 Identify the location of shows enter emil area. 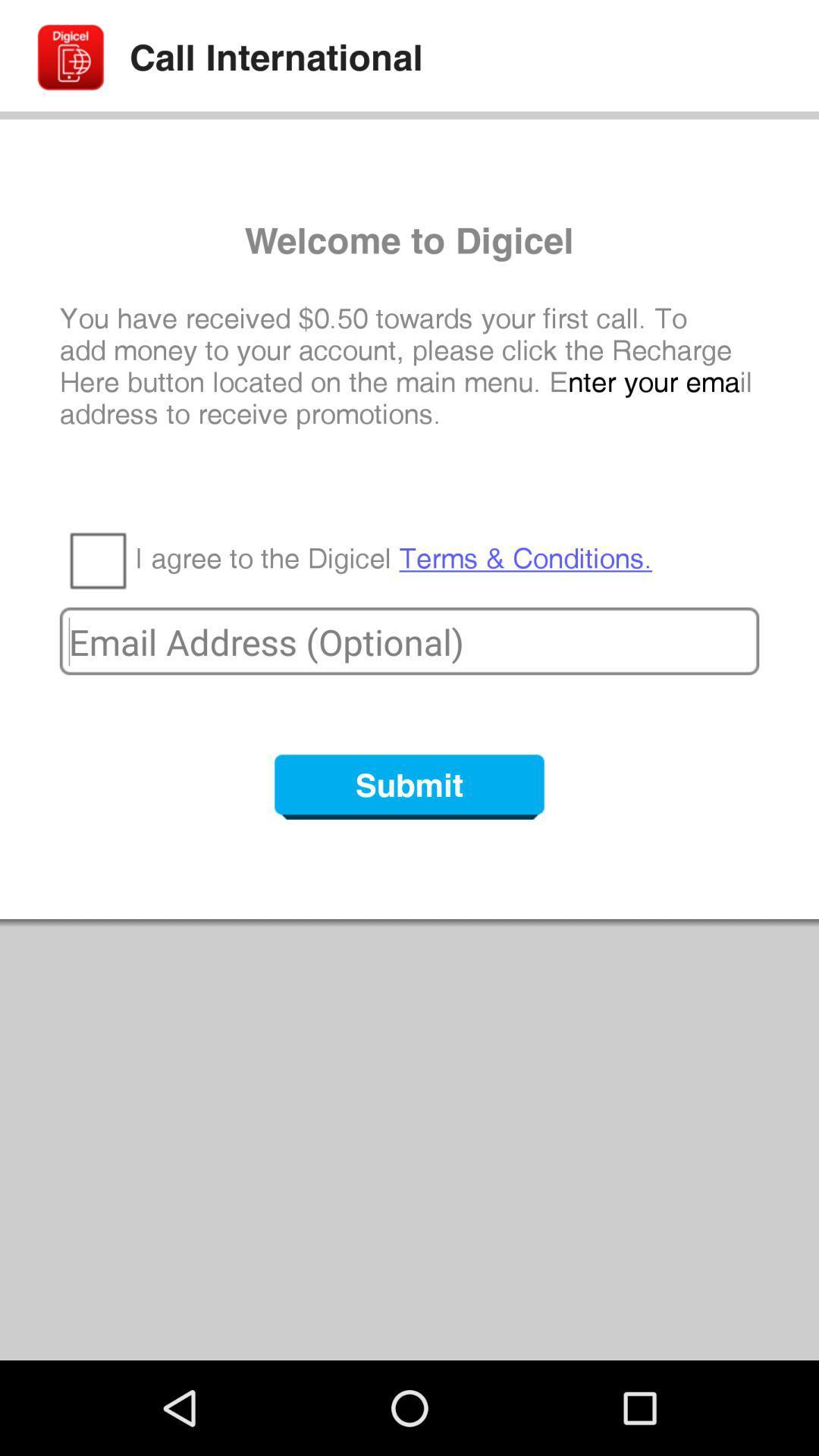
(409, 641).